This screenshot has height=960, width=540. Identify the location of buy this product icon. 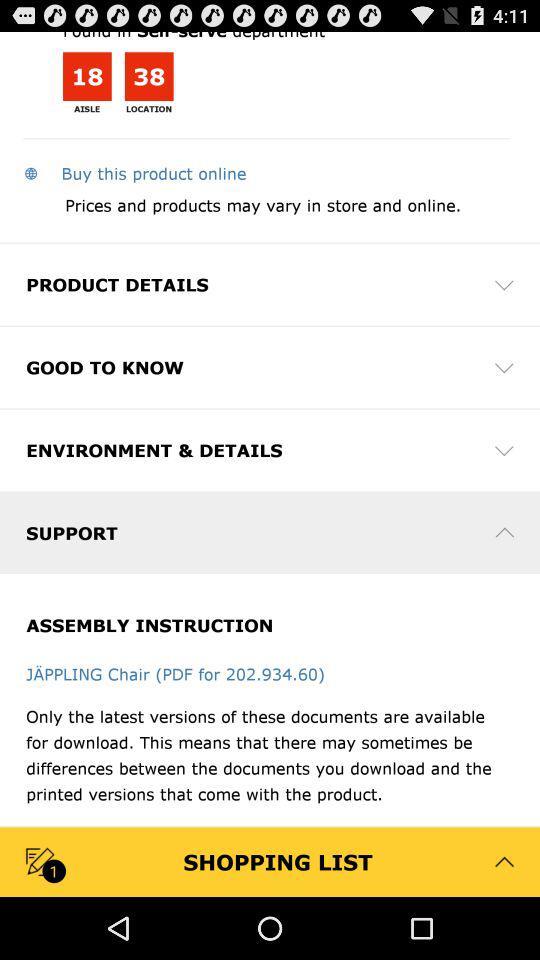
(134, 172).